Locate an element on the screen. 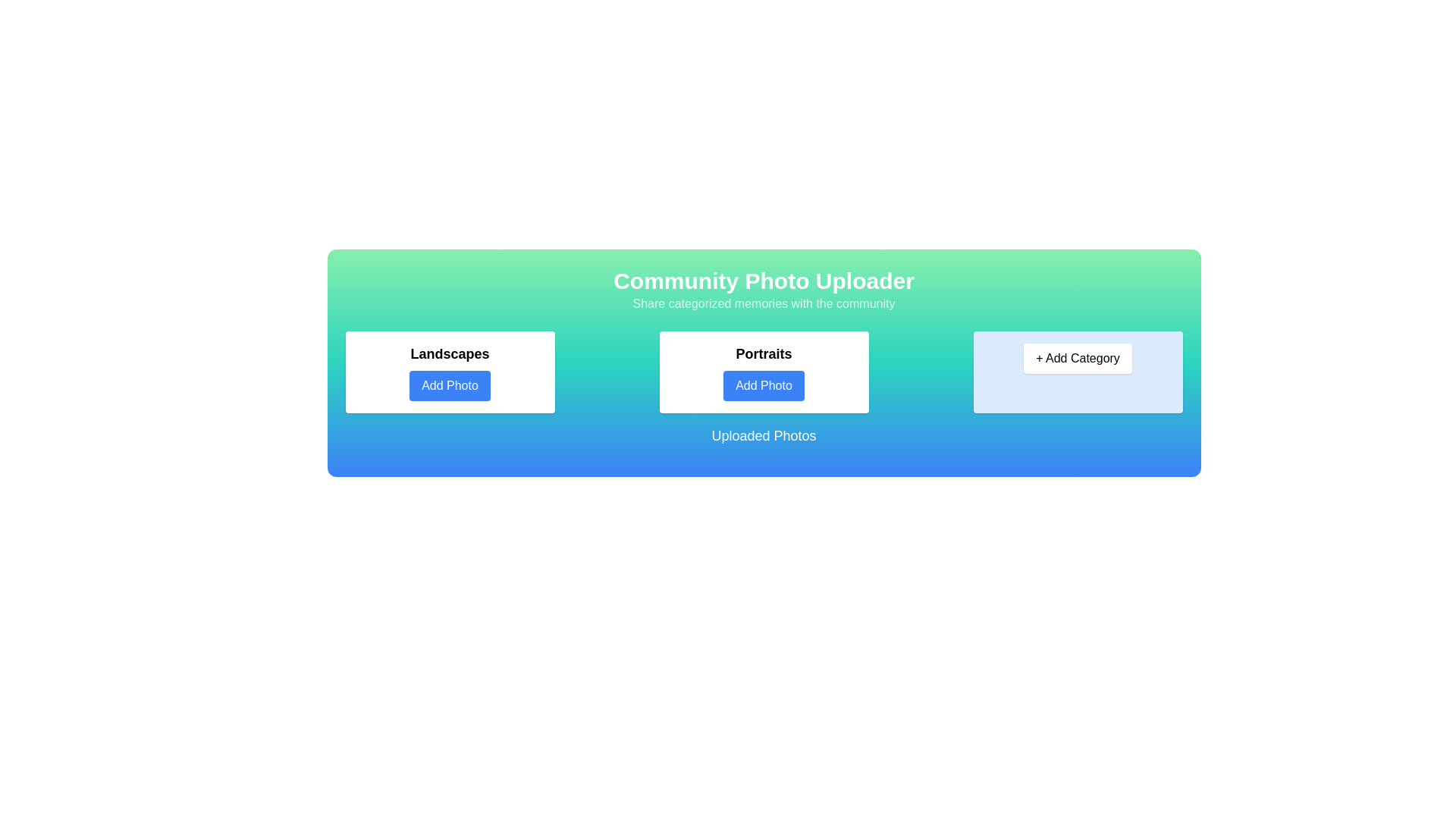 The image size is (1456, 819). the text label that says 'Community Photo Uploader', which is prominently displayed in a large, bold, white font on a green-to-blue gradient background at the top of the interface is located at coordinates (764, 281).